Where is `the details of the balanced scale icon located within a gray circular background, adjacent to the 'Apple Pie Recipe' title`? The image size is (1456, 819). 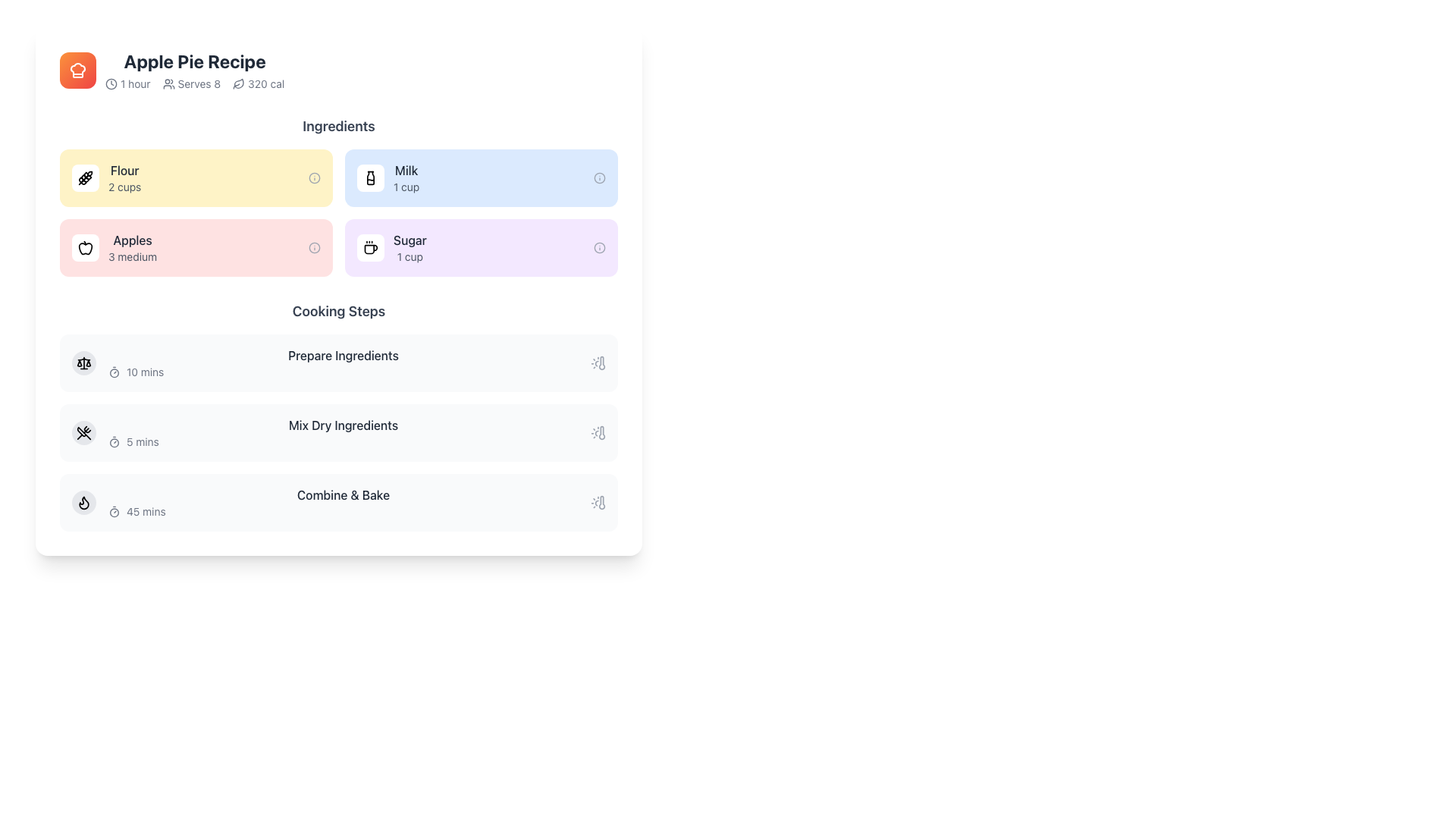
the details of the balanced scale icon located within a gray circular background, adjacent to the 'Apple Pie Recipe' title is located at coordinates (83, 362).